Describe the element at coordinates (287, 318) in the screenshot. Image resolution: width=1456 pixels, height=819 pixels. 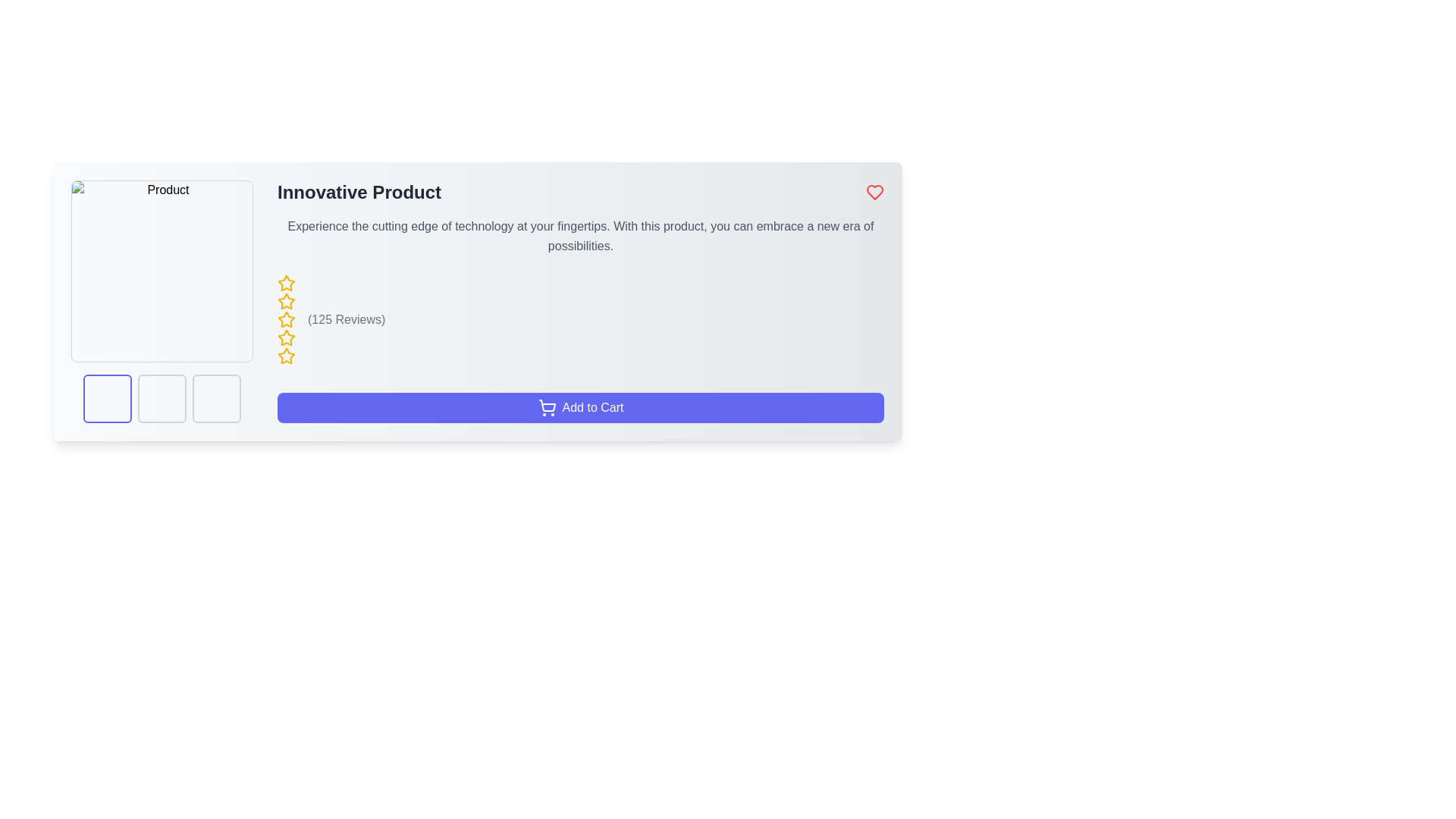
I see `the yellow star rating icon, which is the second star from the left in a horizontal array of five stars` at that location.